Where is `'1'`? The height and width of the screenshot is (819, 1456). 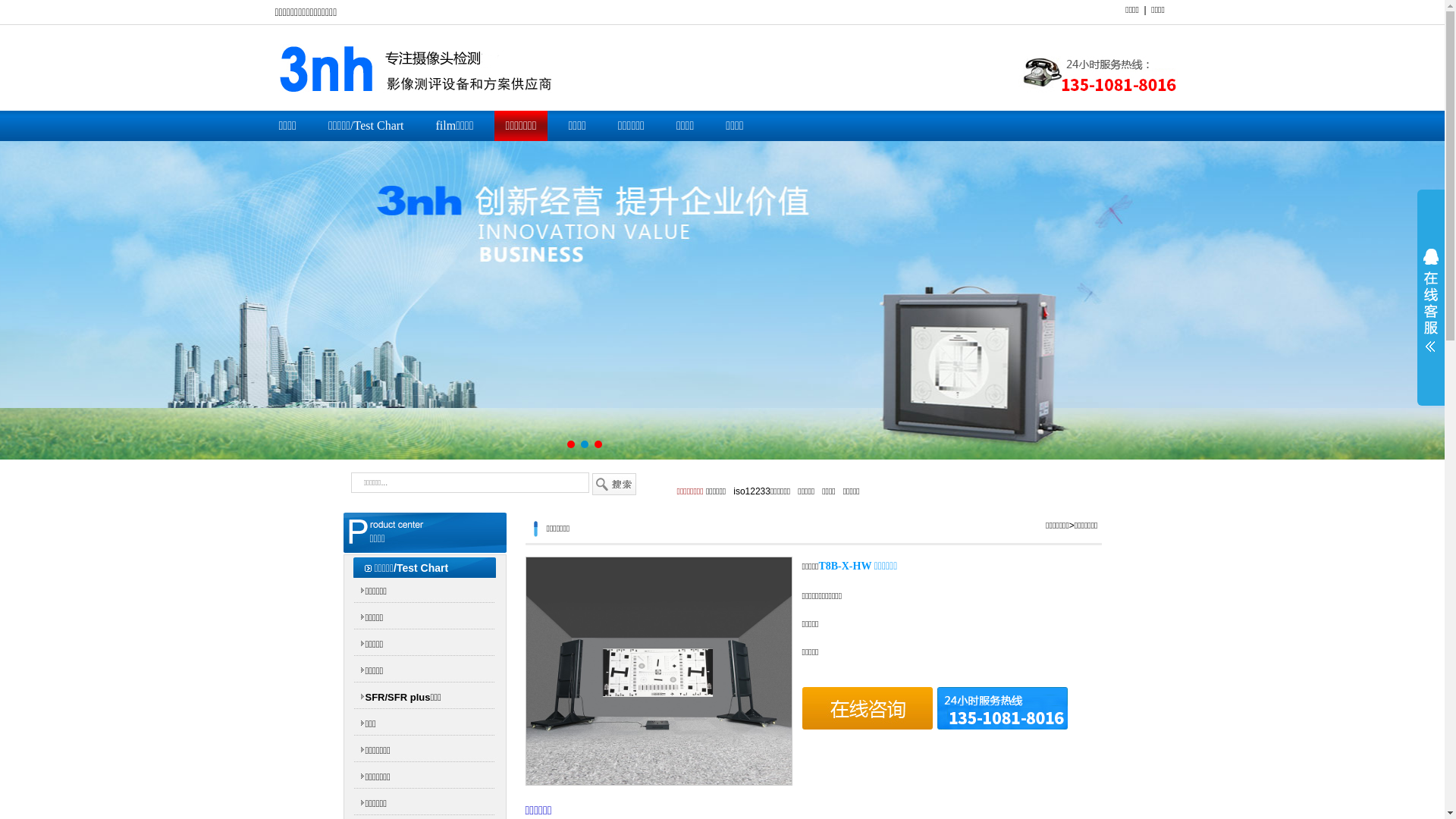 '1' is located at coordinates (570, 444).